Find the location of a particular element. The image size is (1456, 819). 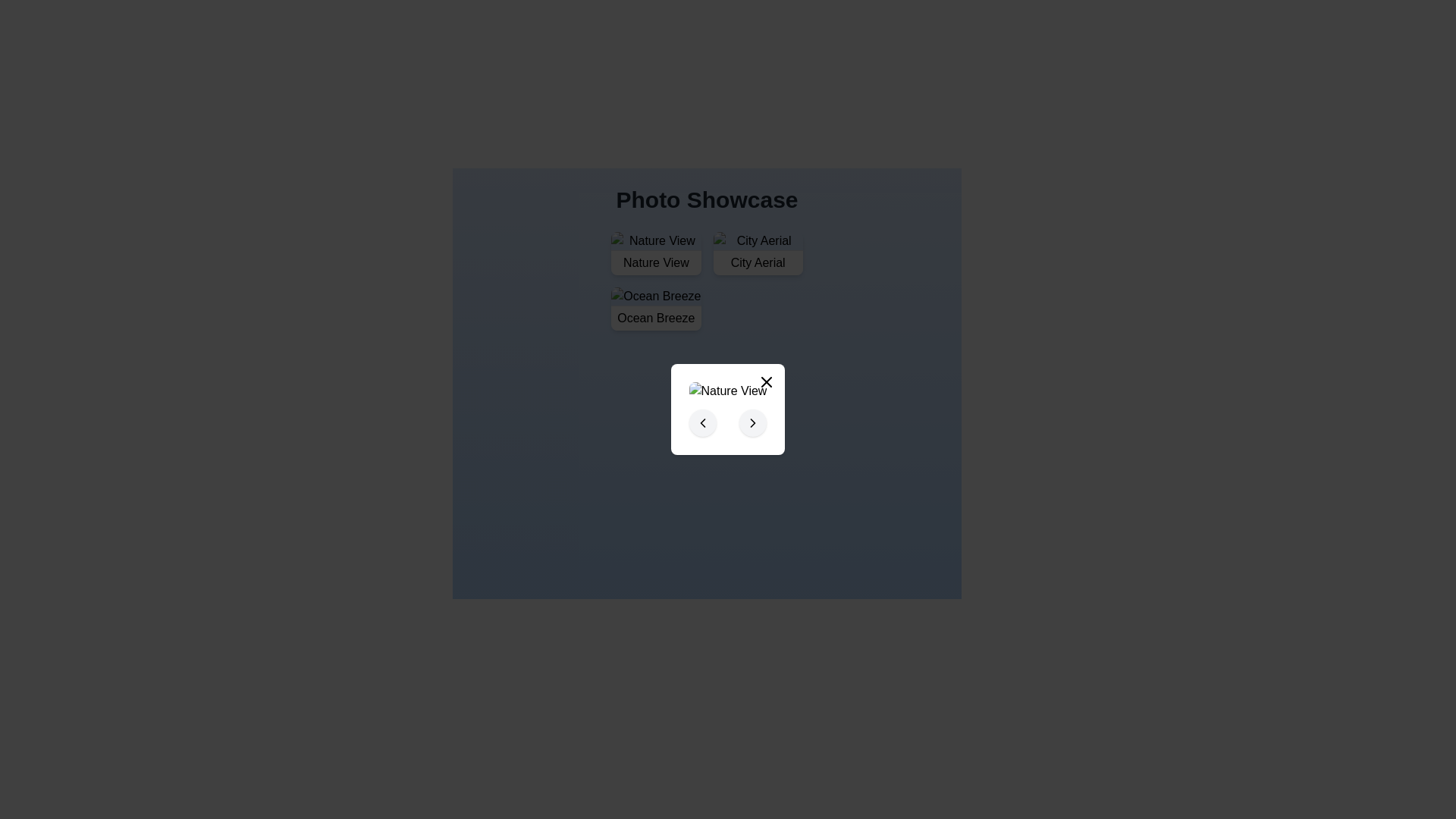

the leftward-pointing chevron icon within the circular button is located at coordinates (701, 423).